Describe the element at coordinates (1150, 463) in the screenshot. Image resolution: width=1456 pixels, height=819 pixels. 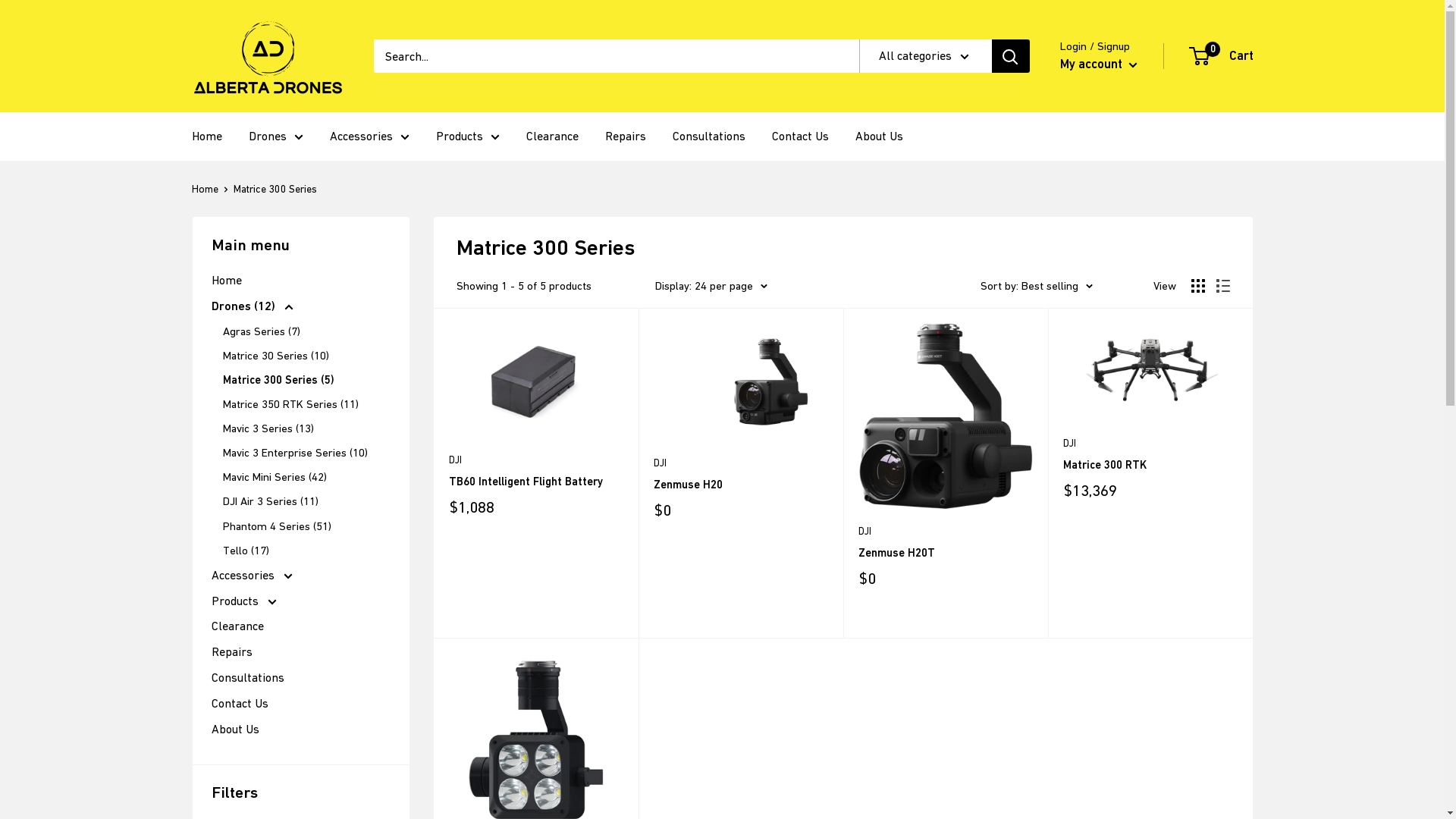
I see `'Matrice 300 RTK'` at that location.